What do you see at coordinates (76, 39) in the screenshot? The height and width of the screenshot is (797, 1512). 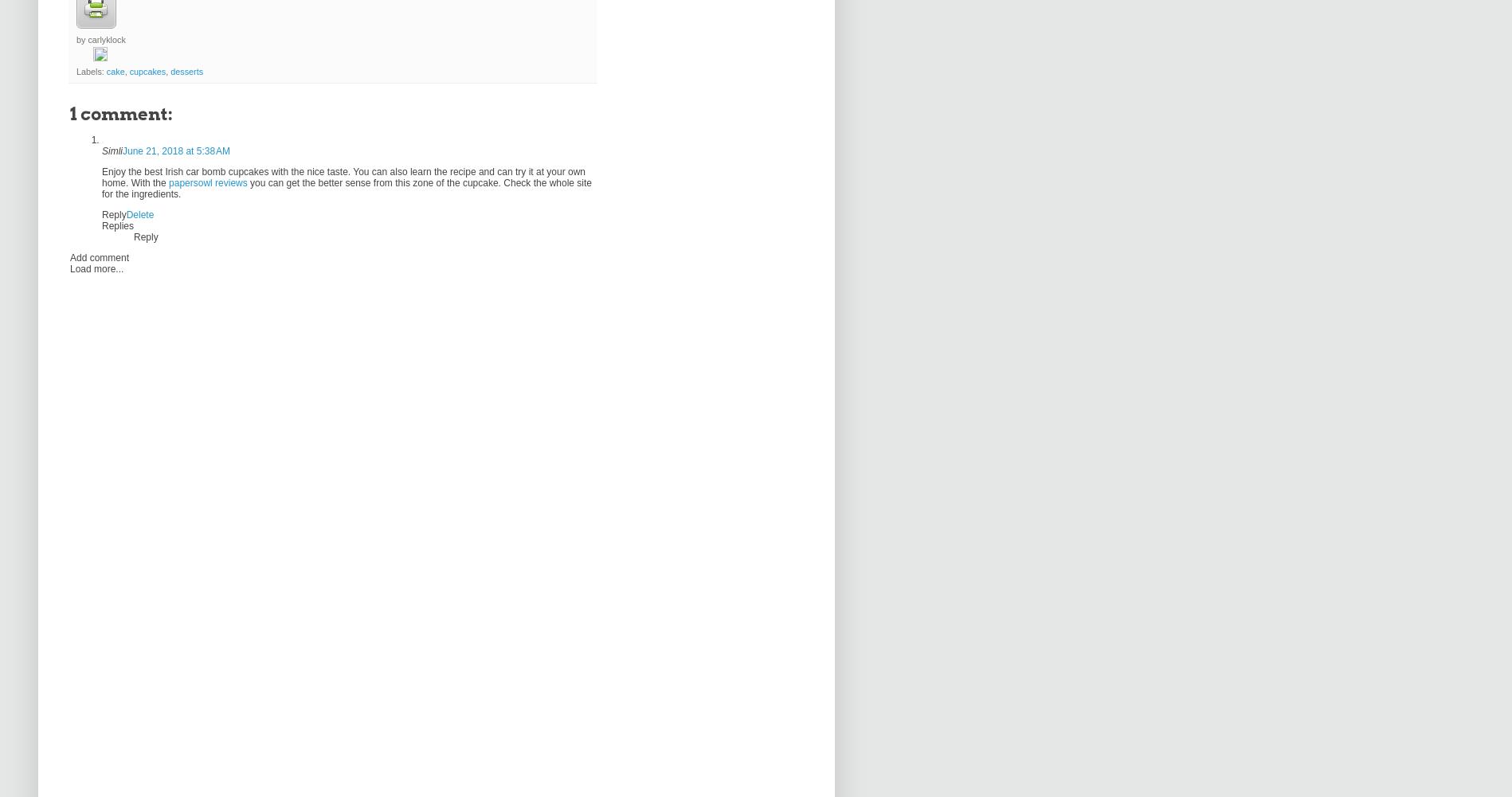 I see `'by'` at bounding box center [76, 39].